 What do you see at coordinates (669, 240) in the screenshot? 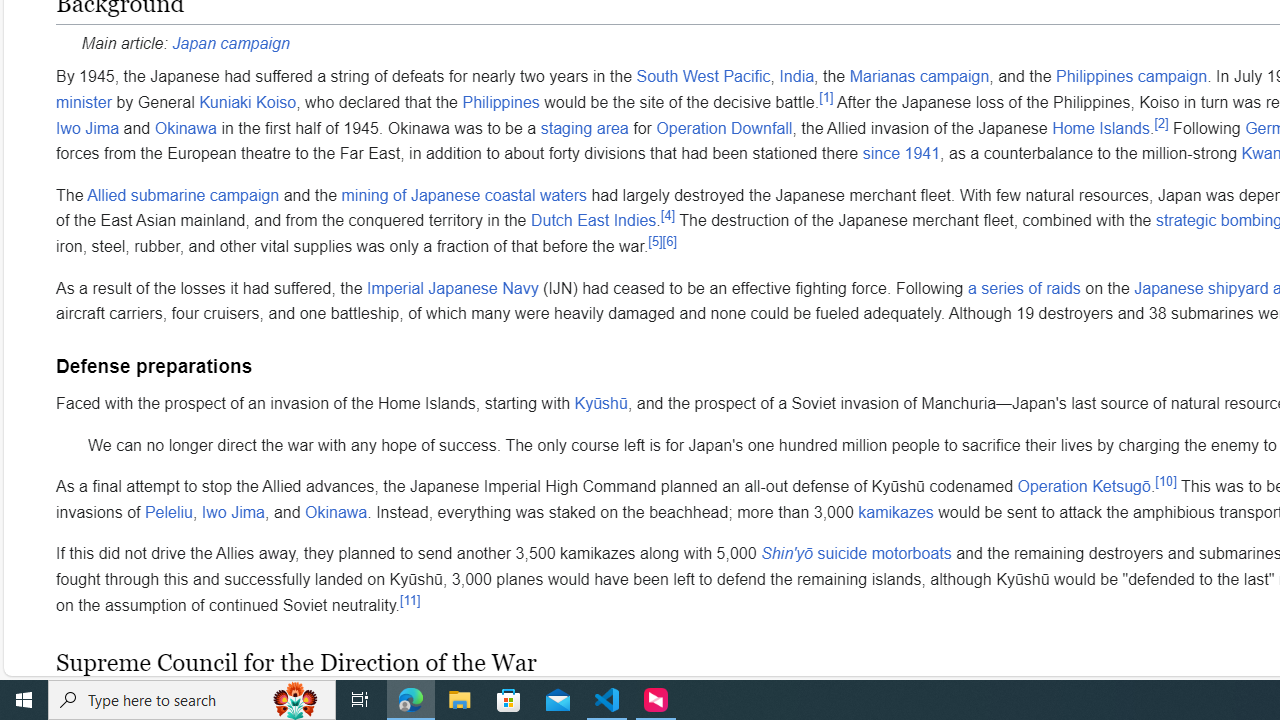
I see `'[6]'` at bounding box center [669, 240].